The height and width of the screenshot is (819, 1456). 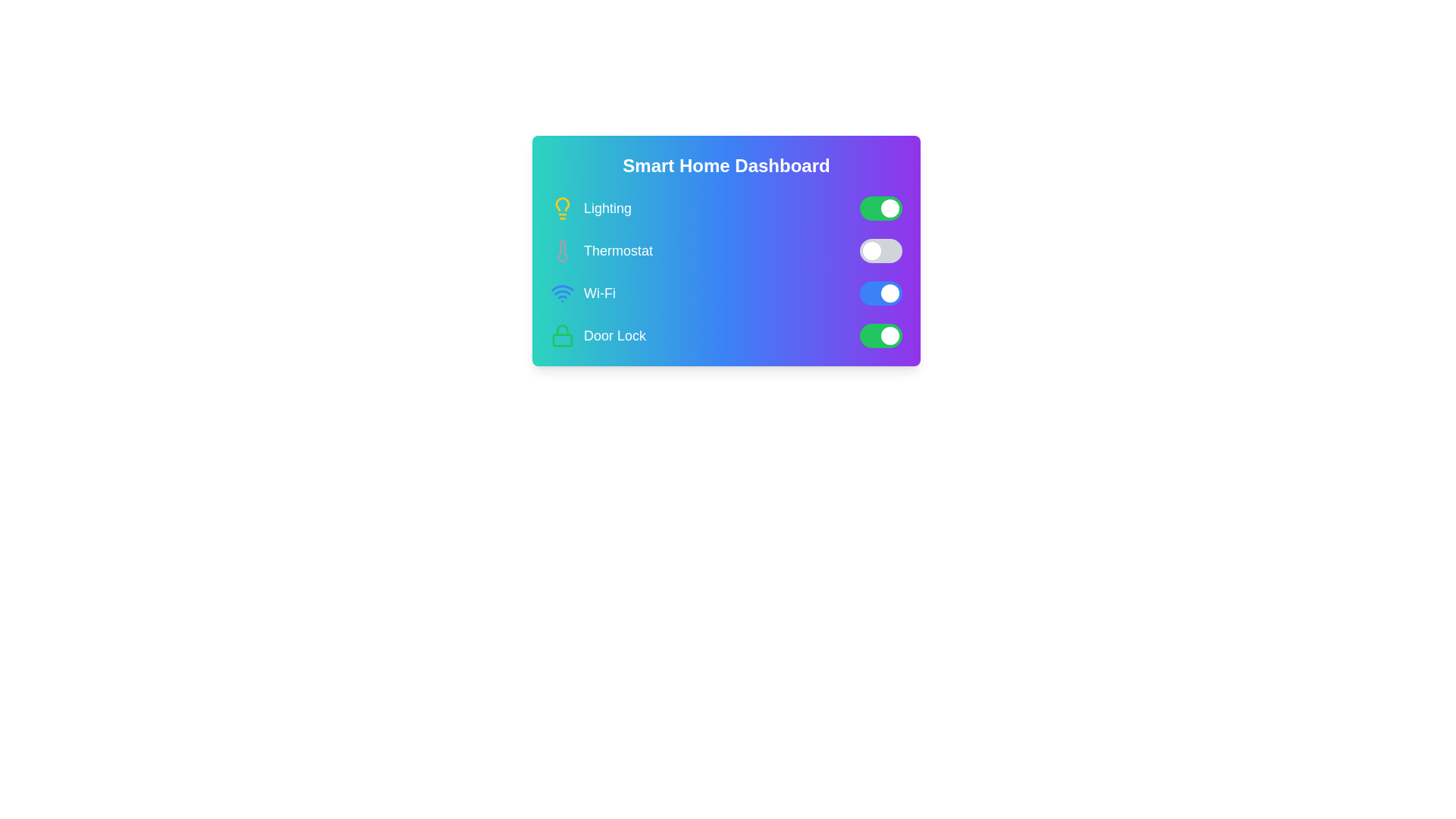 I want to click on the lower rectangular body portion of the green lock icon in the smart home dashboard interface, specifically the fourth item labeled 'Door Lock', so click(x=562, y=339).